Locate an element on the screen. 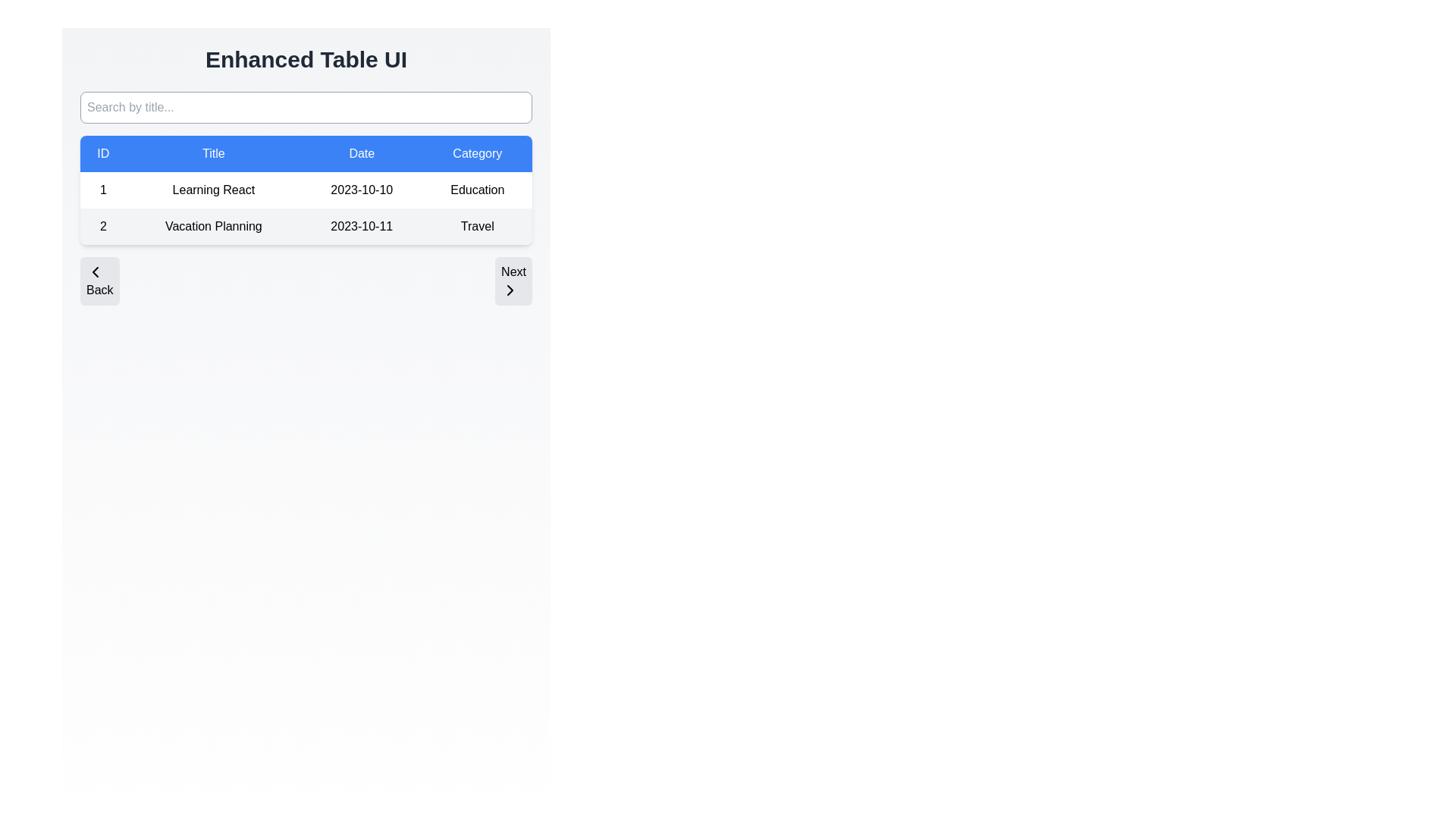 Image resolution: width=1456 pixels, height=819 pixels. the left-facing chevron icon that is part of the 'Back' button located in the lower left portion of the page is located at coordinates (94, 271).